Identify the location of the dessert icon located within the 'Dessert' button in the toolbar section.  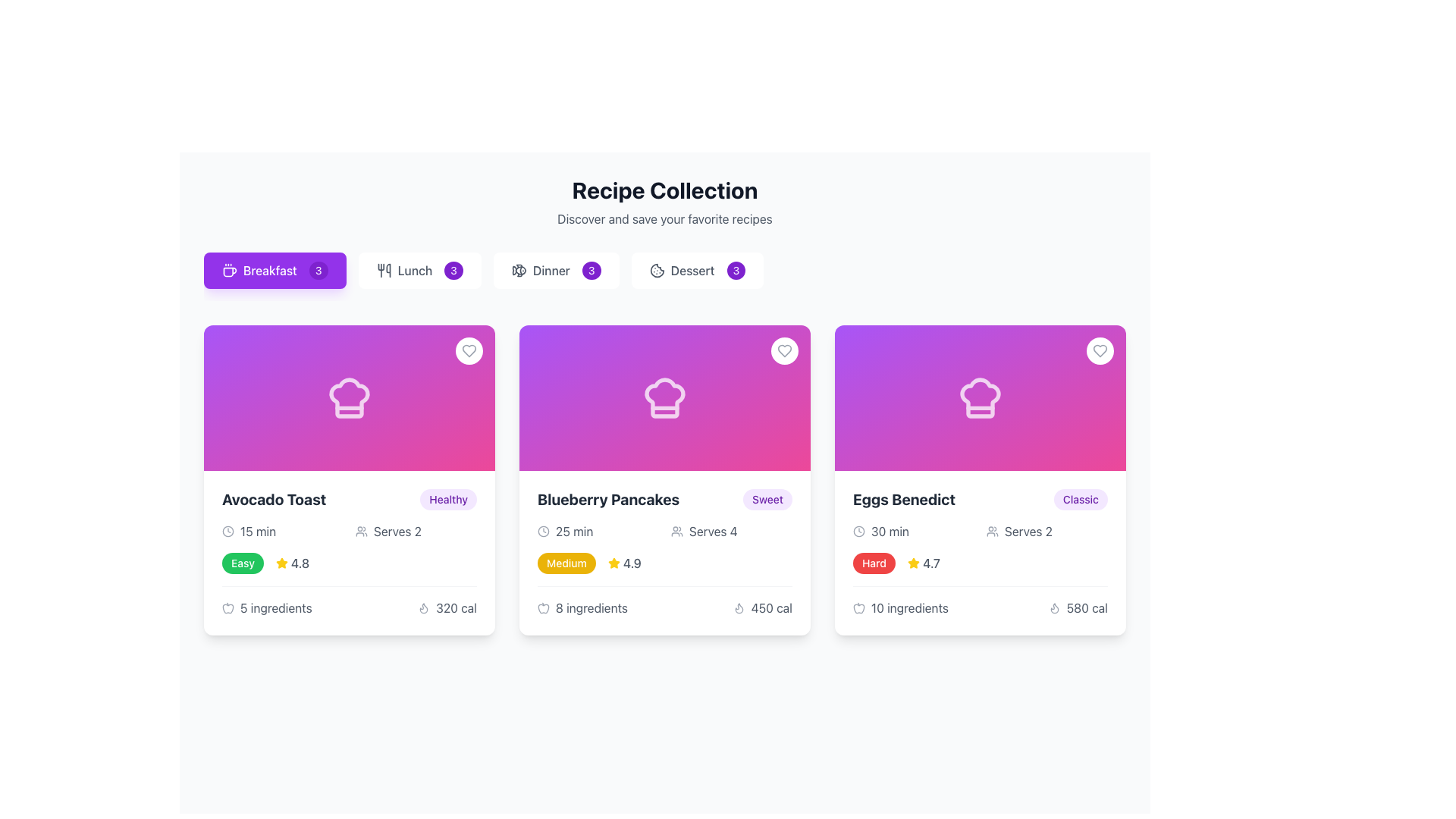
(657, 270).